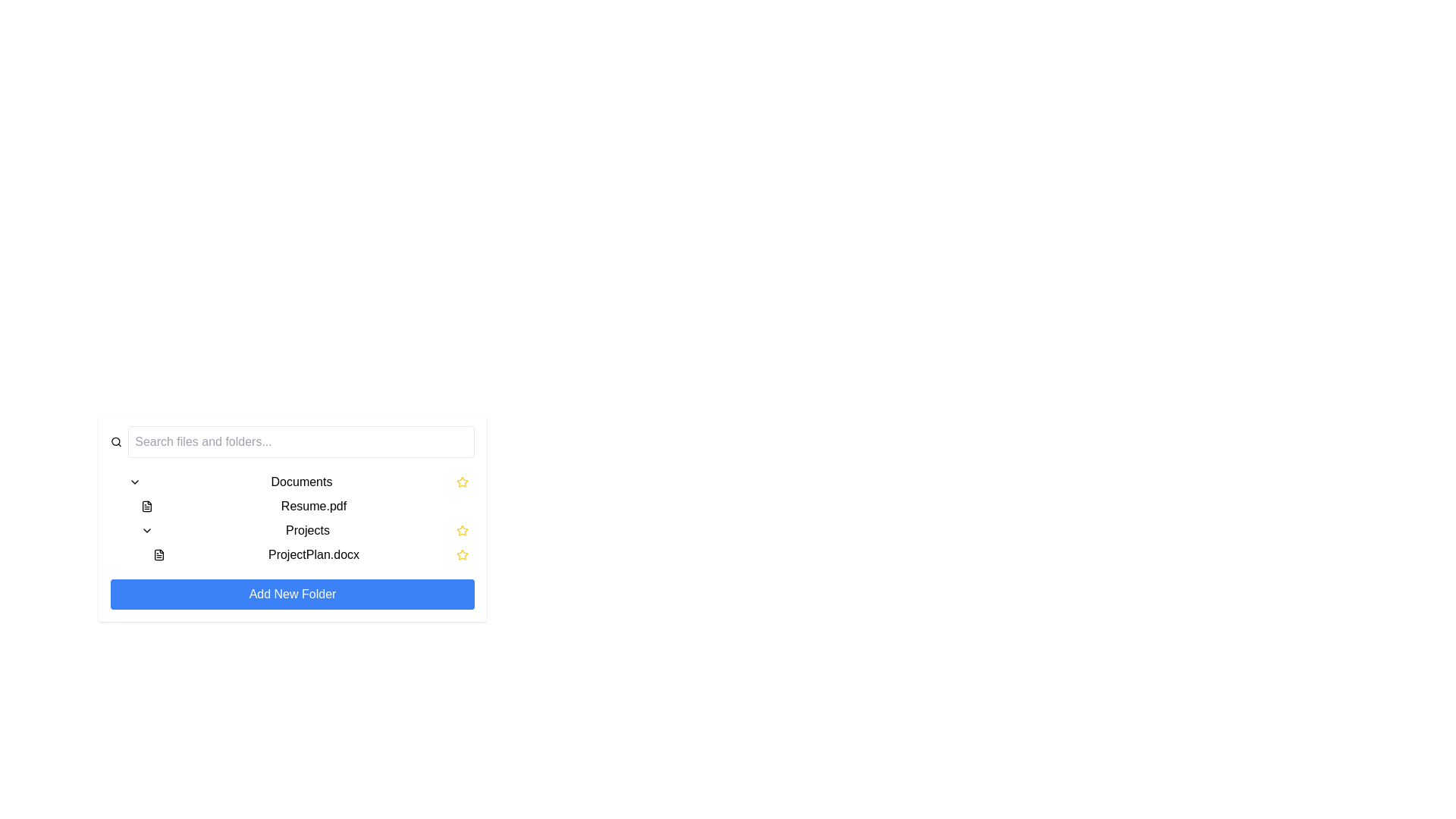 The height and width of the screenshot is (819, 1456). Describe the element at coordinates (292, 517) in the screenshot. I see `the text within the File Explorer Section` at that location.